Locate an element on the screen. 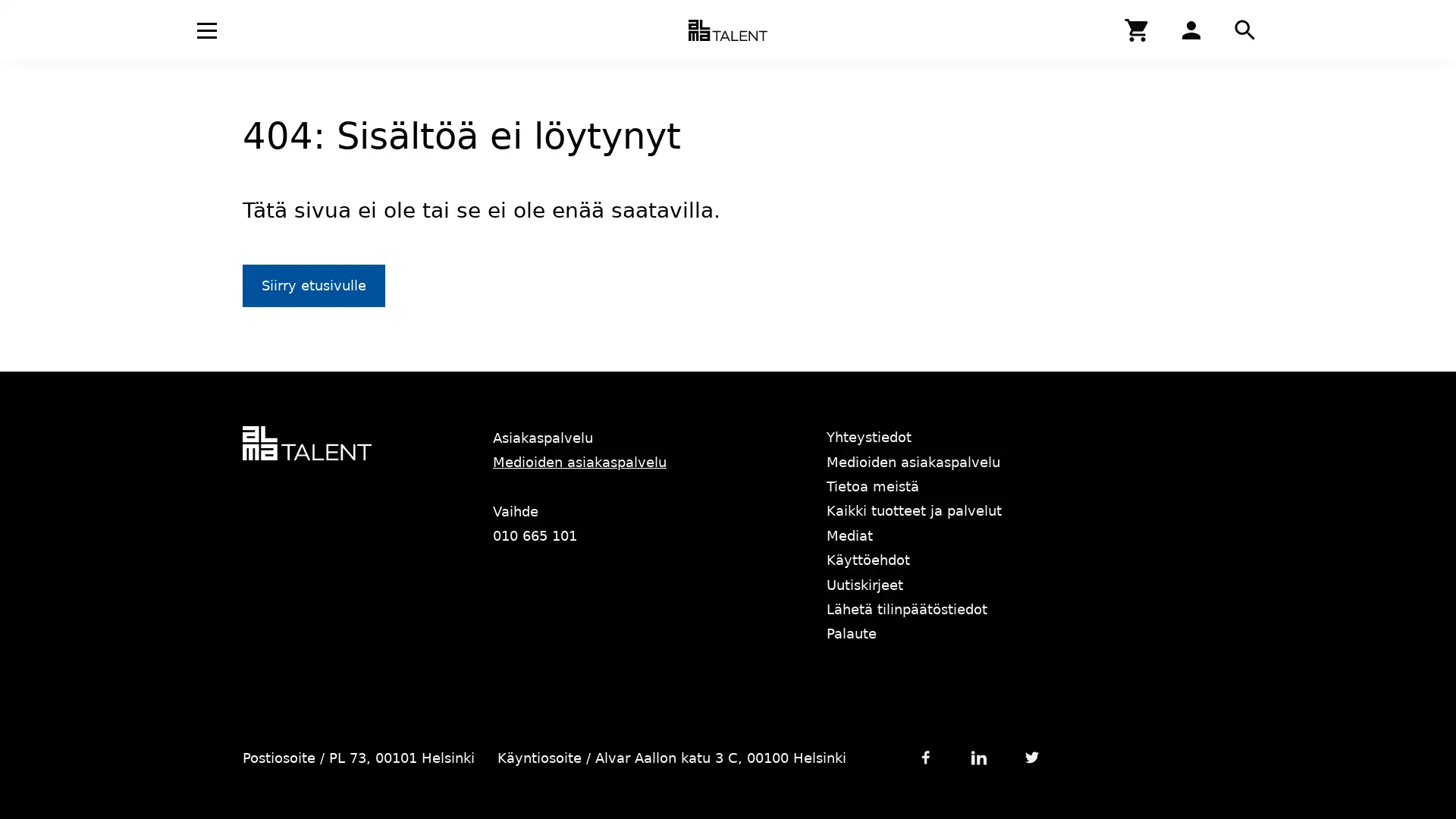  Asetukset is located at coordinates (795, 525).